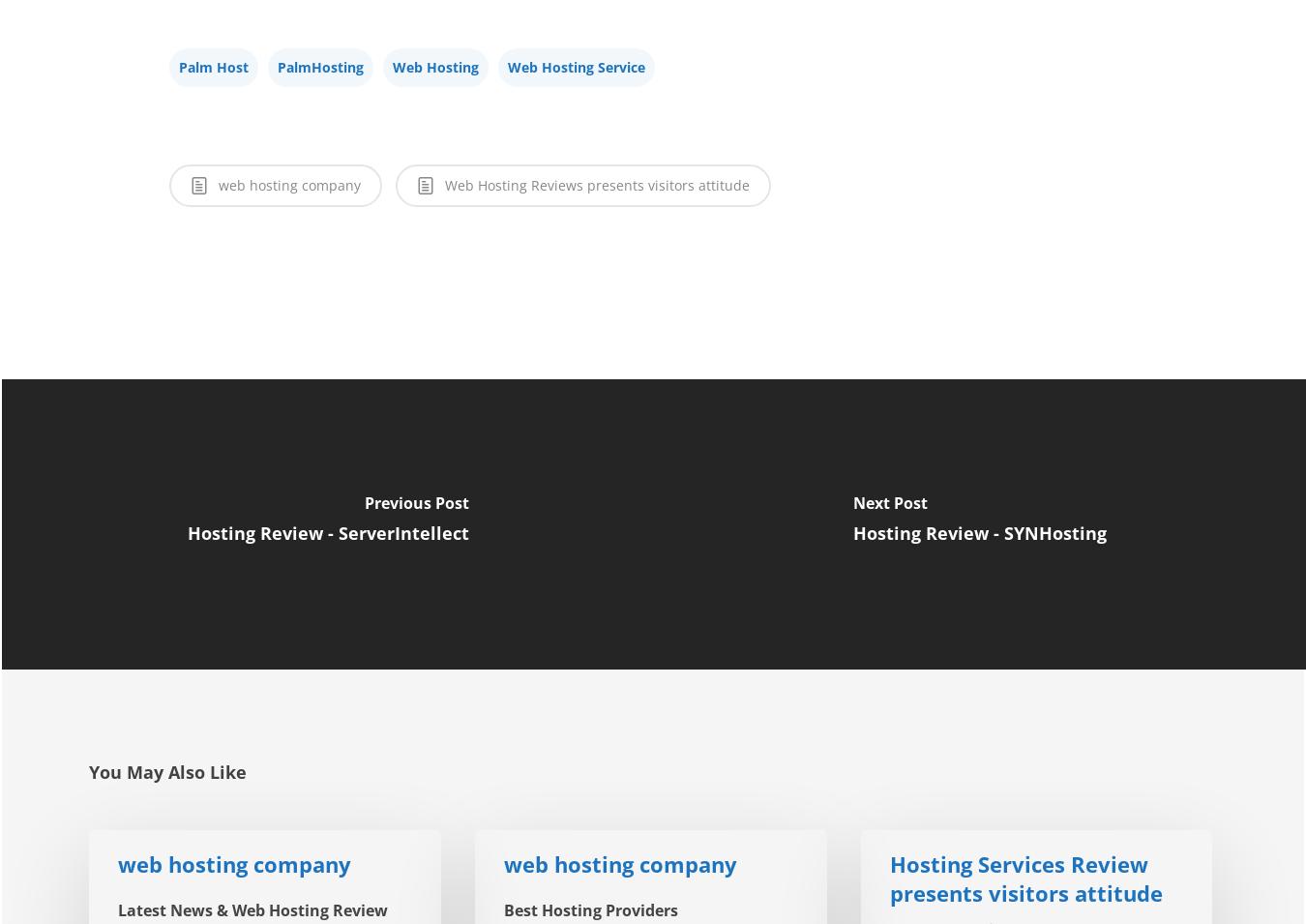  Describe the element at coordinates (167, 771) in the screenshot. I see `'You May Also Like'` at that location.